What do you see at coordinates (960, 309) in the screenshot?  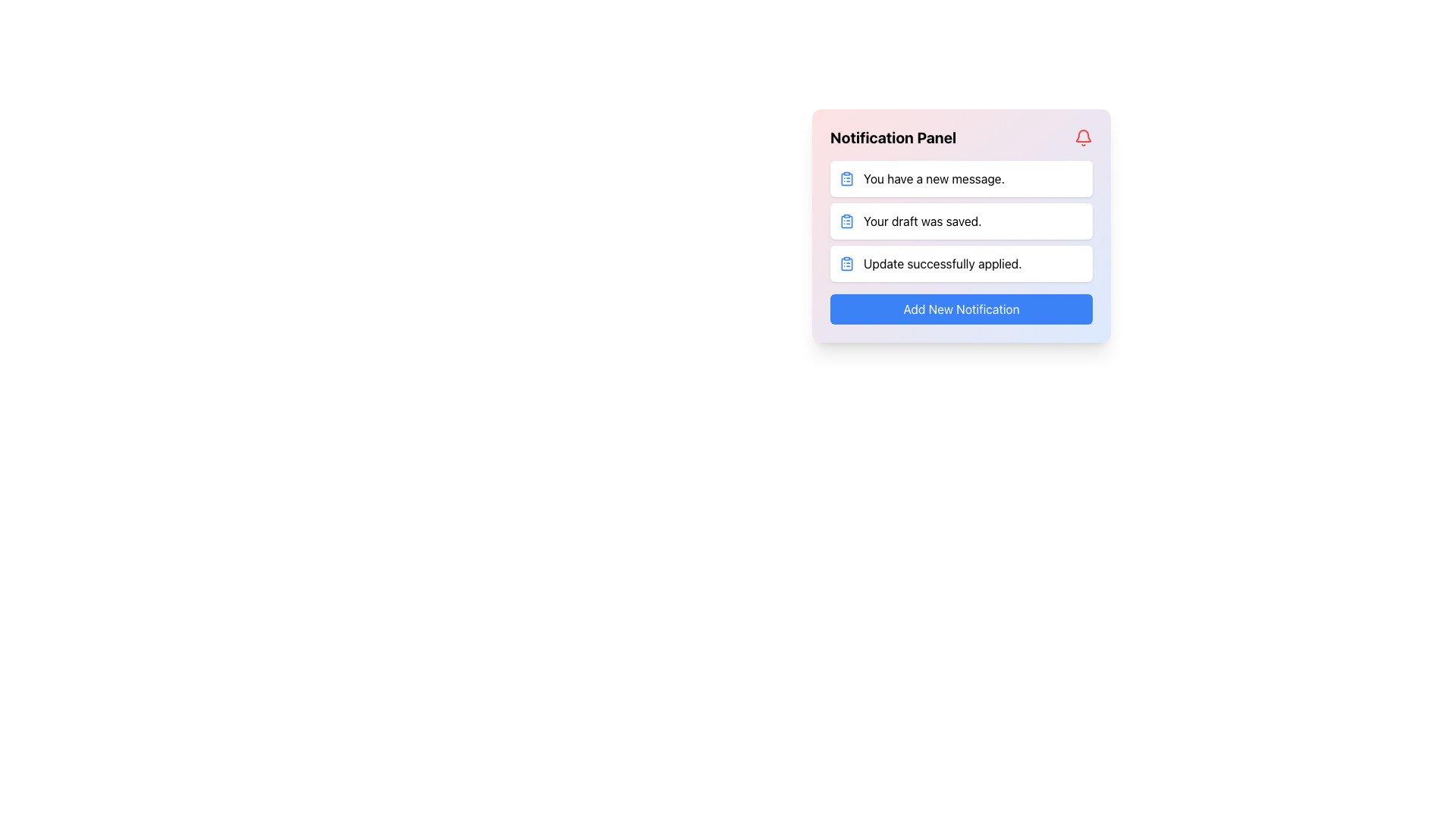 I see `the 'Add New Notification' button, which is a rectangular button with a blue background and white text, located at the bottom of the Notification Panel` at bounding box center [960, 309].